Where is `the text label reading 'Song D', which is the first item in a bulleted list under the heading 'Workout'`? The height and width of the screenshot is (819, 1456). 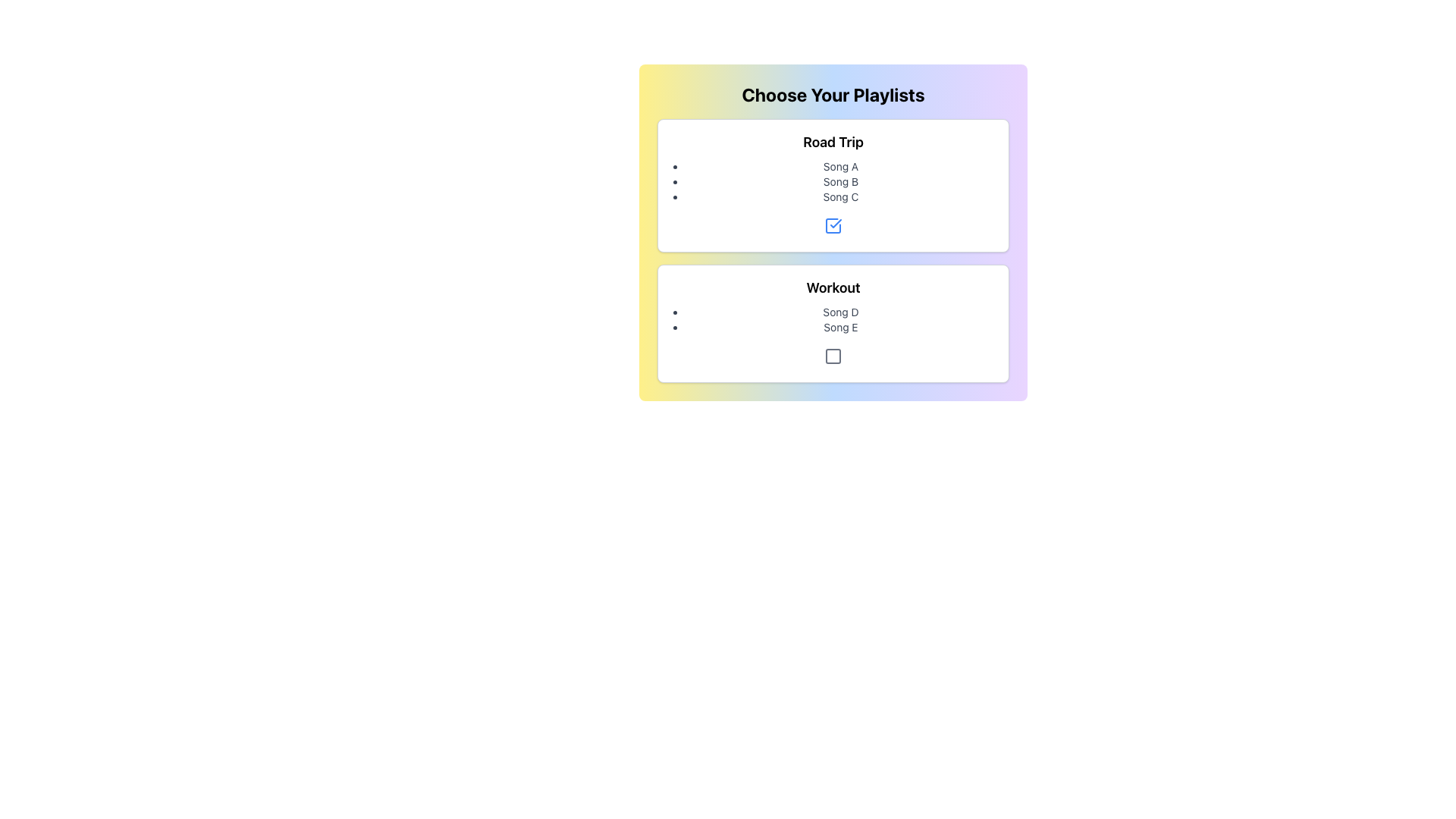
the text label reading 'Song D', which is the first item in a bulleted list under the heading 'Workout' is located at coordinates (839, 312).